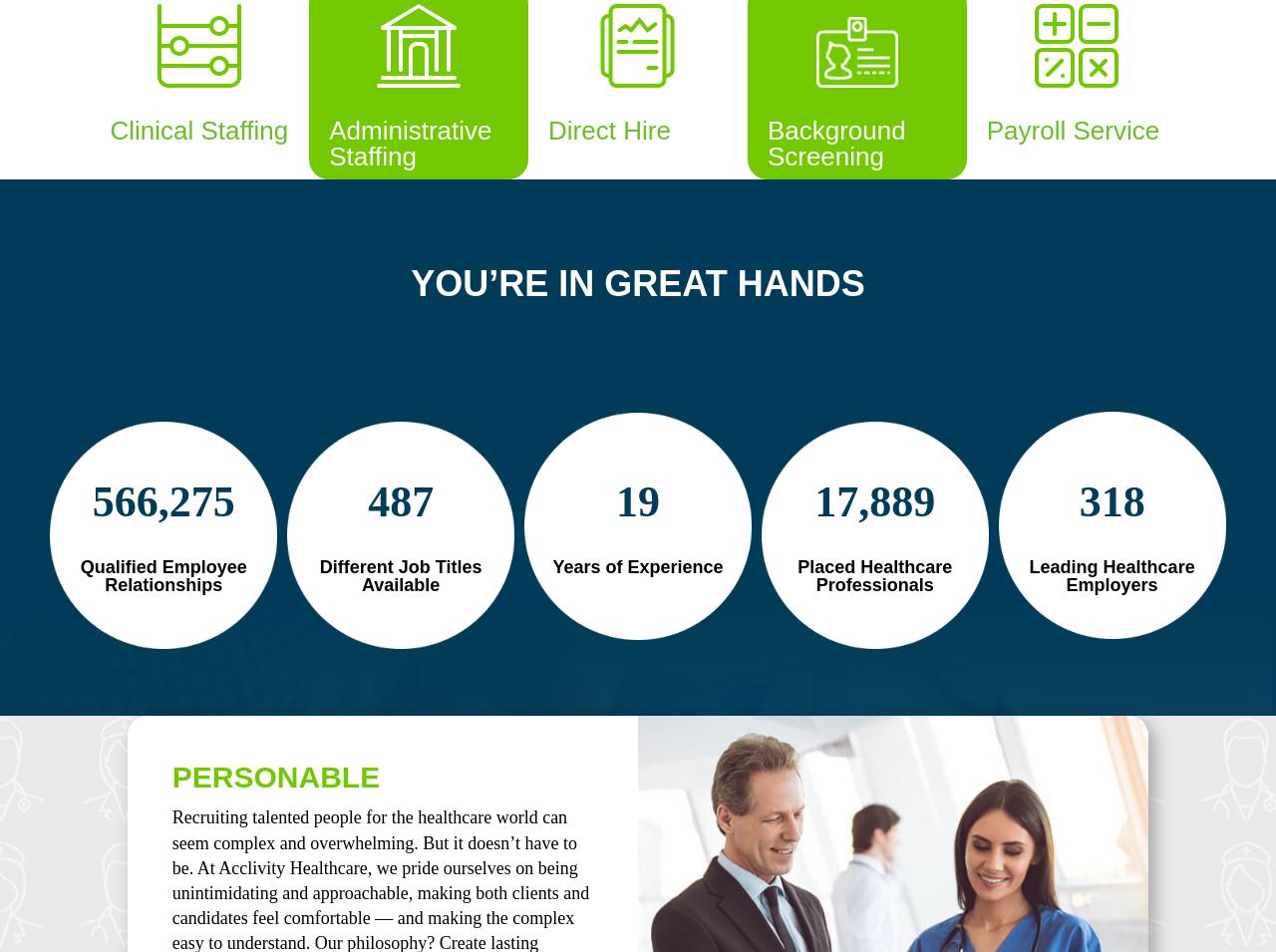  Describe the element at coordinates (814, 501) in the screenshot. I see `'17,889'` at that location.